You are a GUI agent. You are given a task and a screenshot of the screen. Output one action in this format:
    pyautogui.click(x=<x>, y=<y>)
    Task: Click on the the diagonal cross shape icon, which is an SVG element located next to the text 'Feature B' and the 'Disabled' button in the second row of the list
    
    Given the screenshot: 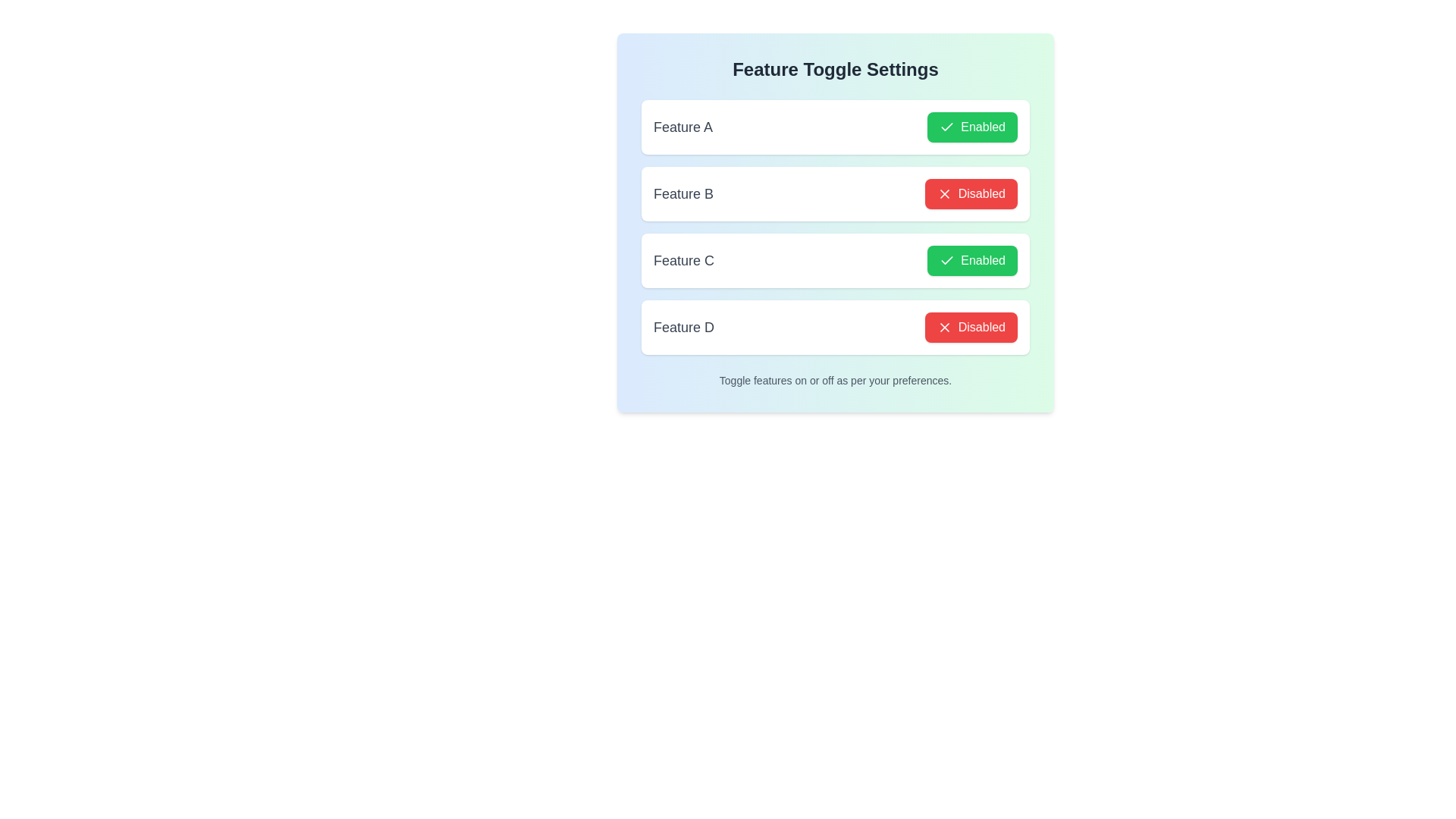 What is the action you would take?
    pyautogui.click(x=943, y=327)
    